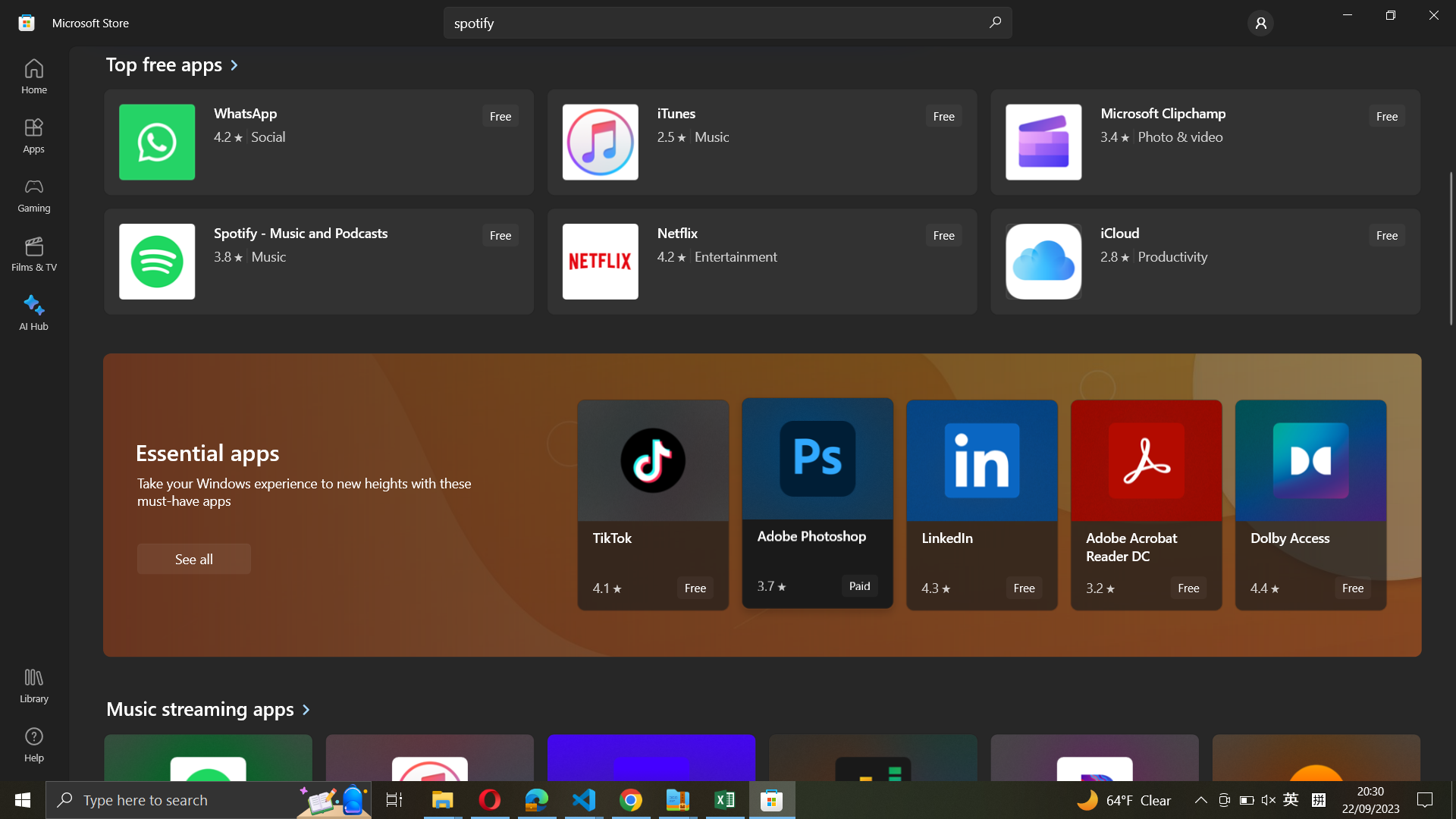  What do you see at coordinates (1203, 141) in the screenshot?
I see `Microsoft Clipchamp` at bounding box center [1203, 141].